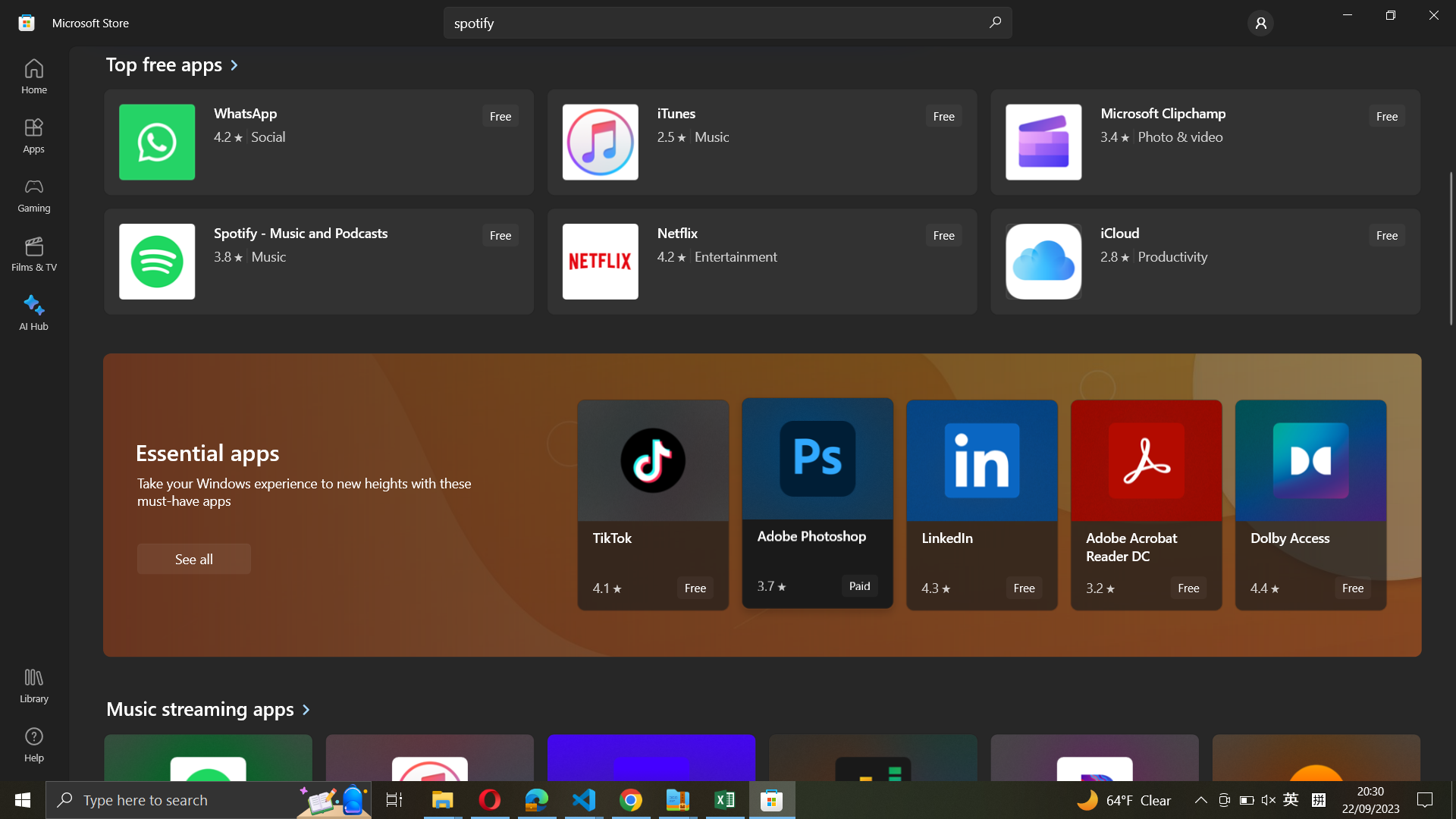  What do you see at coordinates (1203, 141) in the screenshot?
I see `Microsoft Clipchamp` at bounding box center [1203, 141].